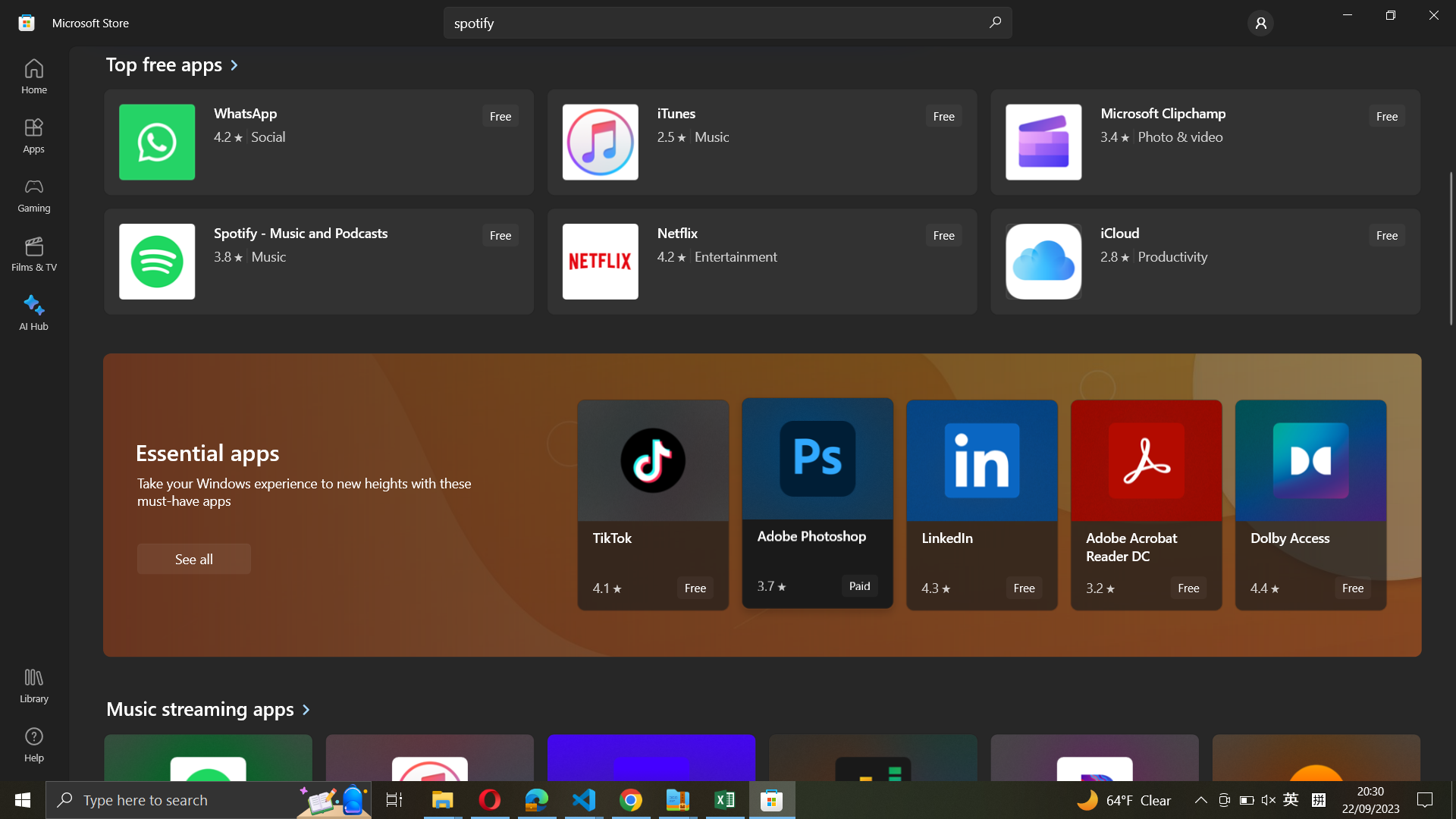  What do you see at coordinates (1203, 141) in the screenshot?
I see `Microsoft Clipchamp` at bounding box center [1203, 141].